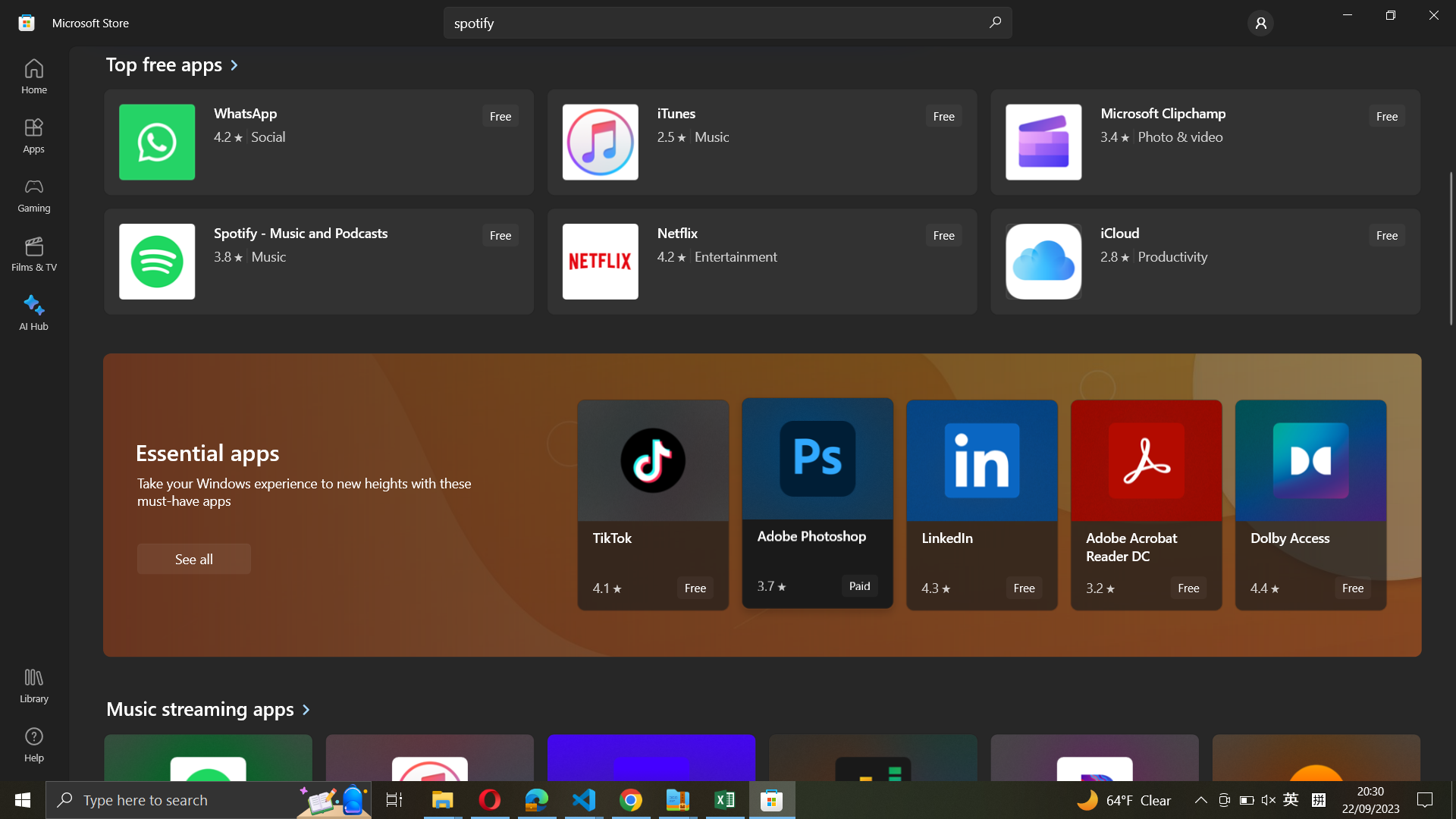  What do you see at coordinates (1203, 141) in the screenshot?
I see `Microsoft Clipchamp` at bounding box center [1203, 141].